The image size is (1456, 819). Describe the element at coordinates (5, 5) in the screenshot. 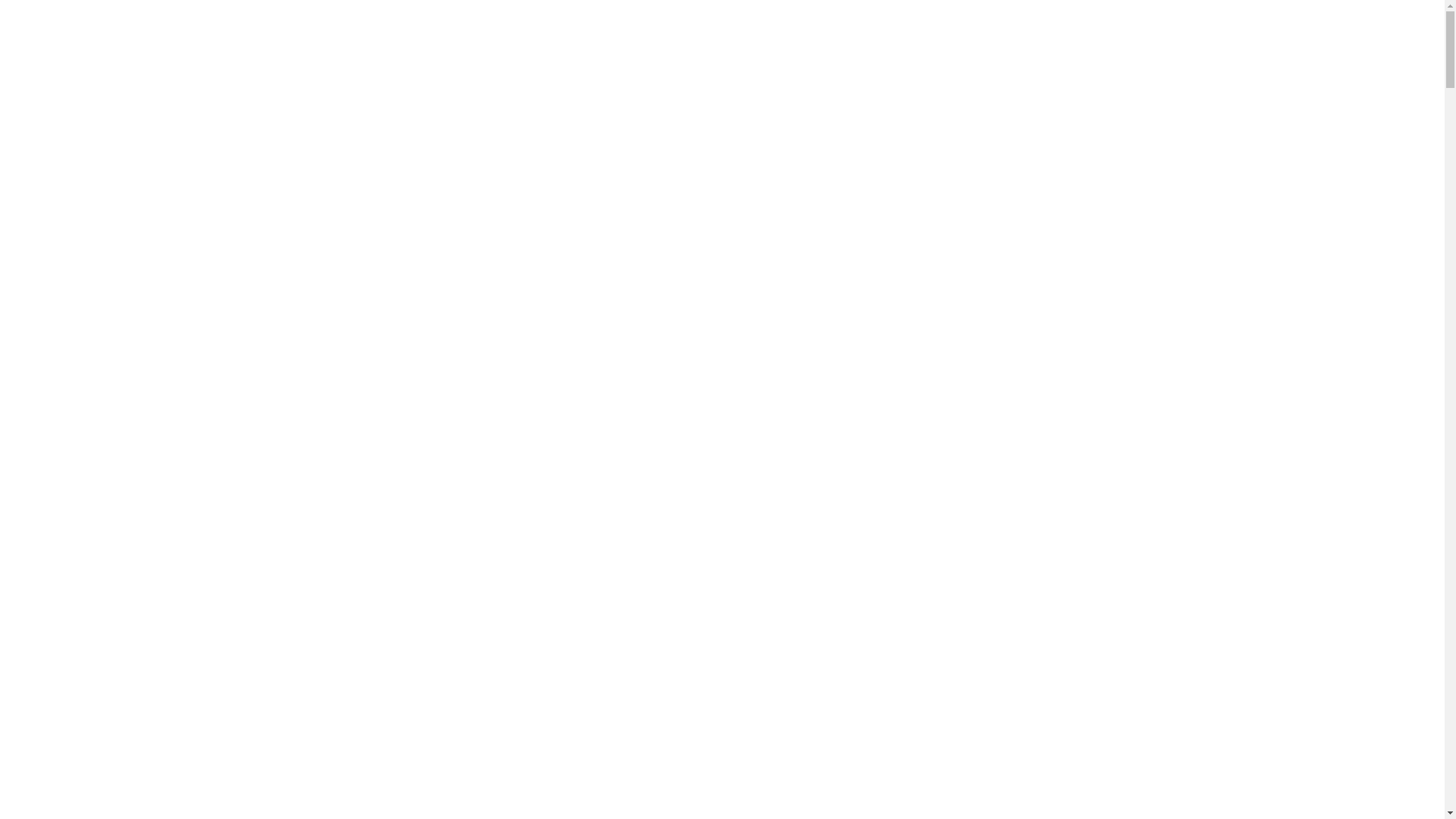

I see `'Passer au contenu'` at that location.